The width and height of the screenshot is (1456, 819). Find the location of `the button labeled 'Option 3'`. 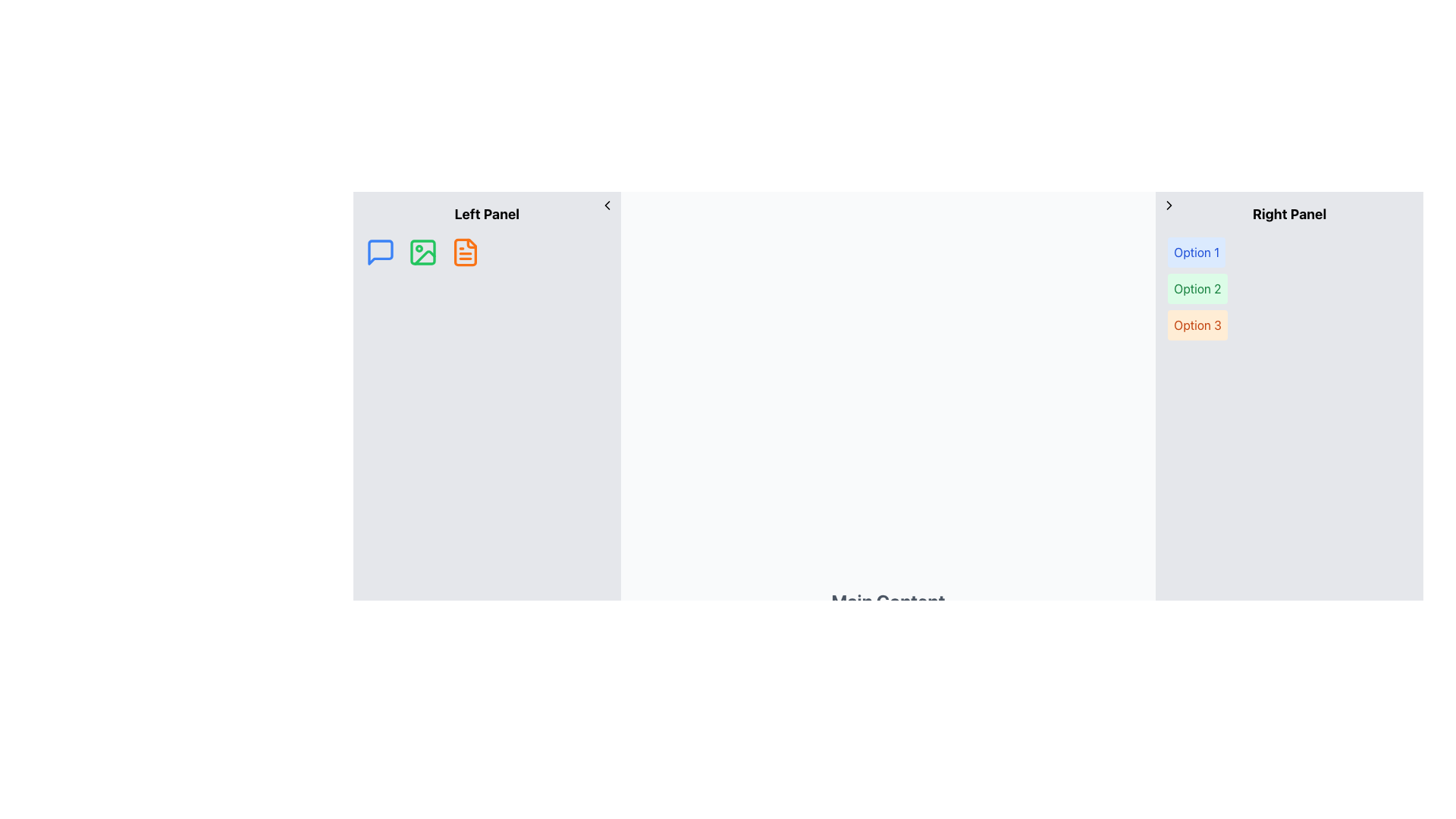

the button labeled 'Option 3' is located at coordinates (1197, 324).